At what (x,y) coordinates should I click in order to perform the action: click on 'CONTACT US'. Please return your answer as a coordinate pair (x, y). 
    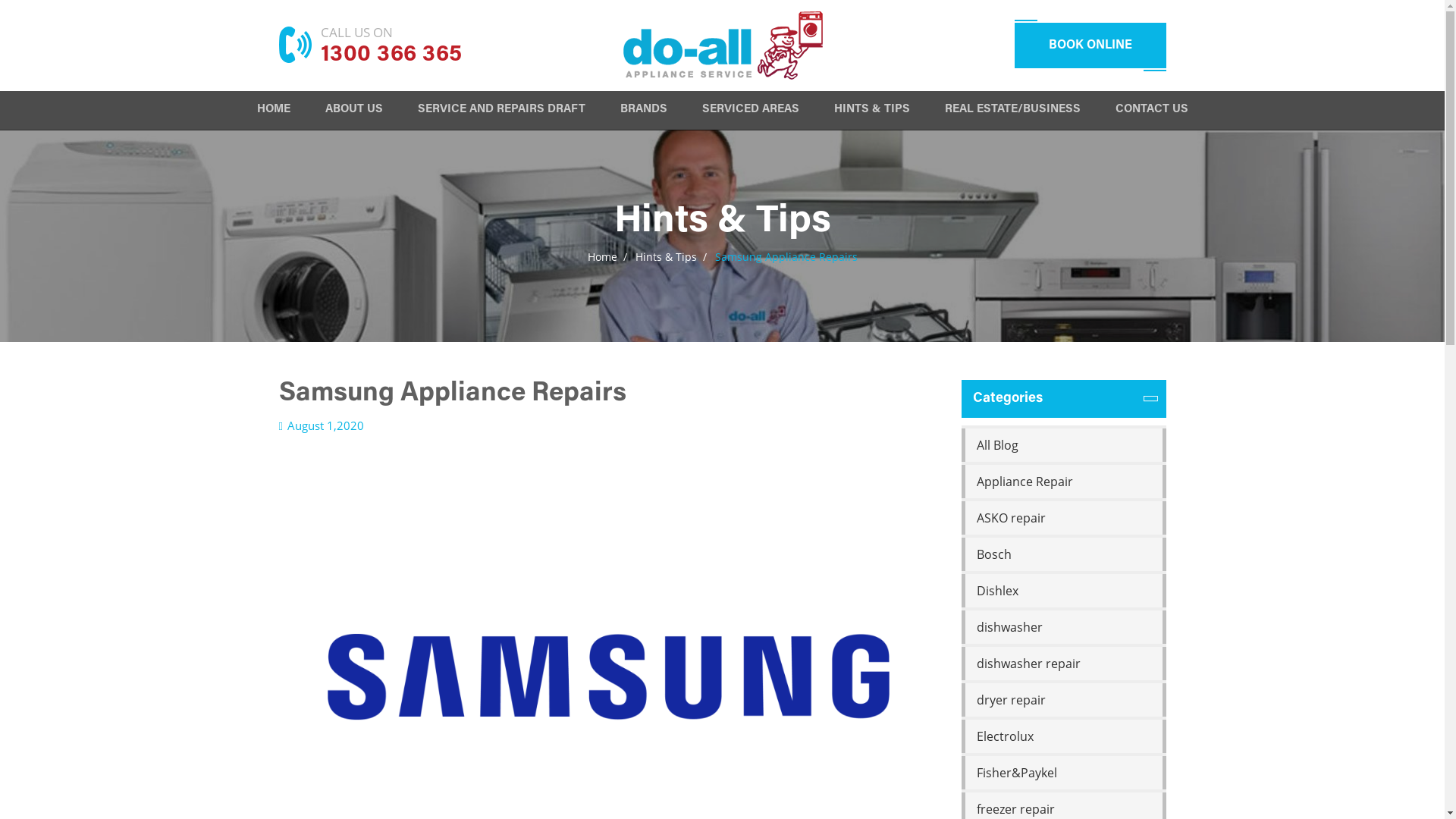
    Looking at the image, I should click on (1150, 111).